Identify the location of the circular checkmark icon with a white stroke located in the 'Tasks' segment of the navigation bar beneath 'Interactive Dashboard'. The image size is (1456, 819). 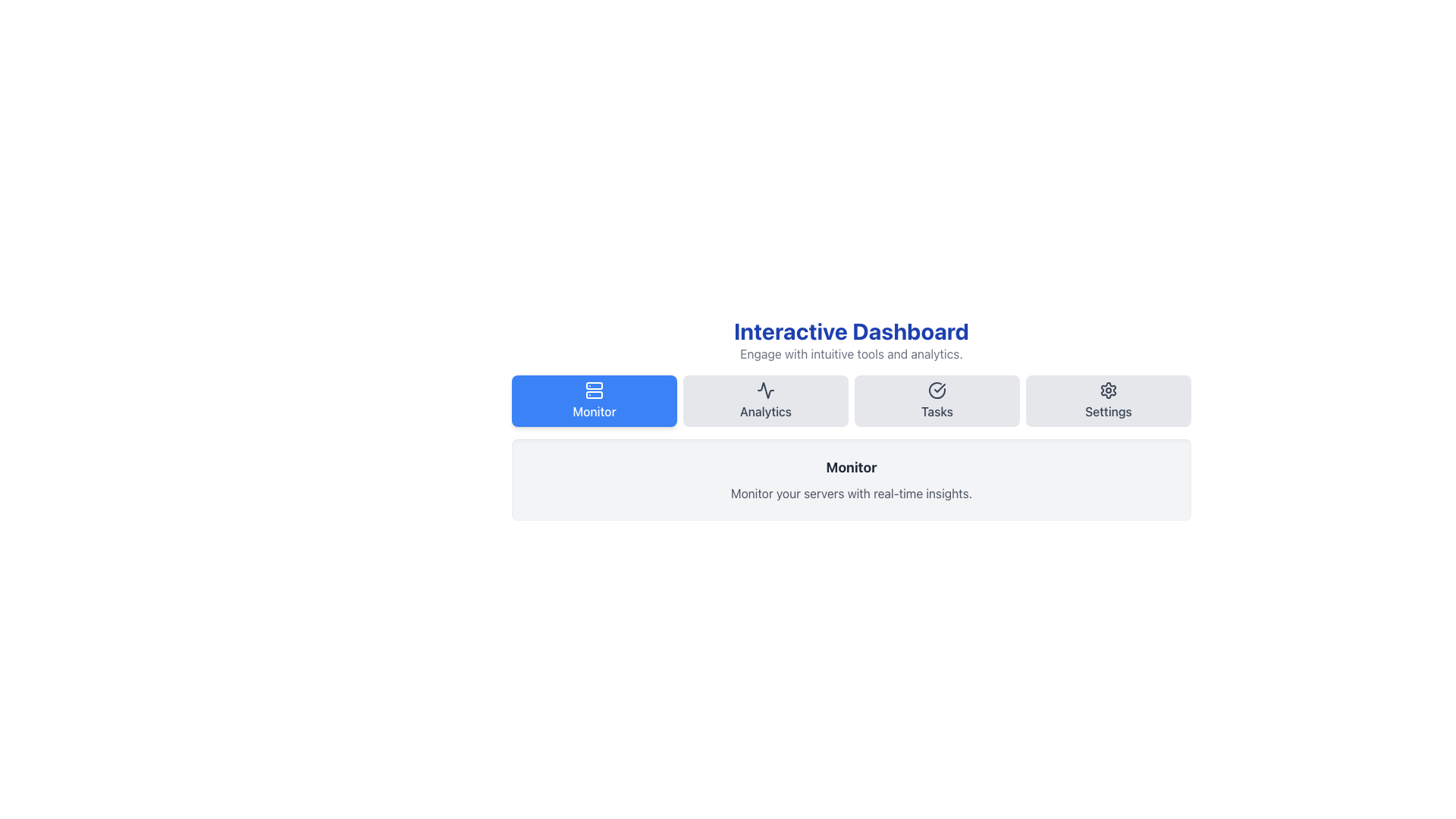
(937, 390).